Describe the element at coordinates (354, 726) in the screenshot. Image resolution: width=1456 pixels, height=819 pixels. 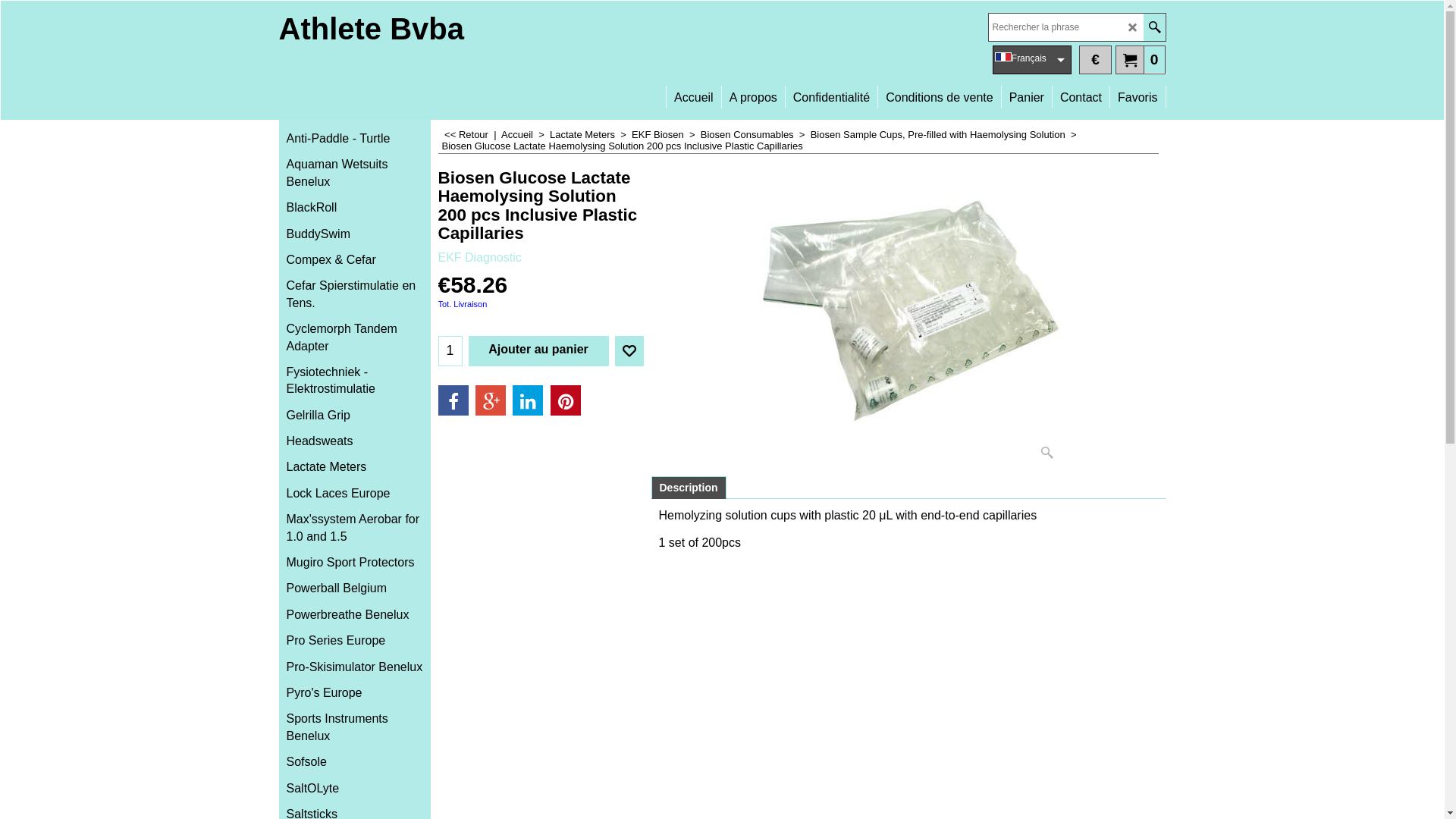
I see `'Sports Instruments Benelux'` at that location.